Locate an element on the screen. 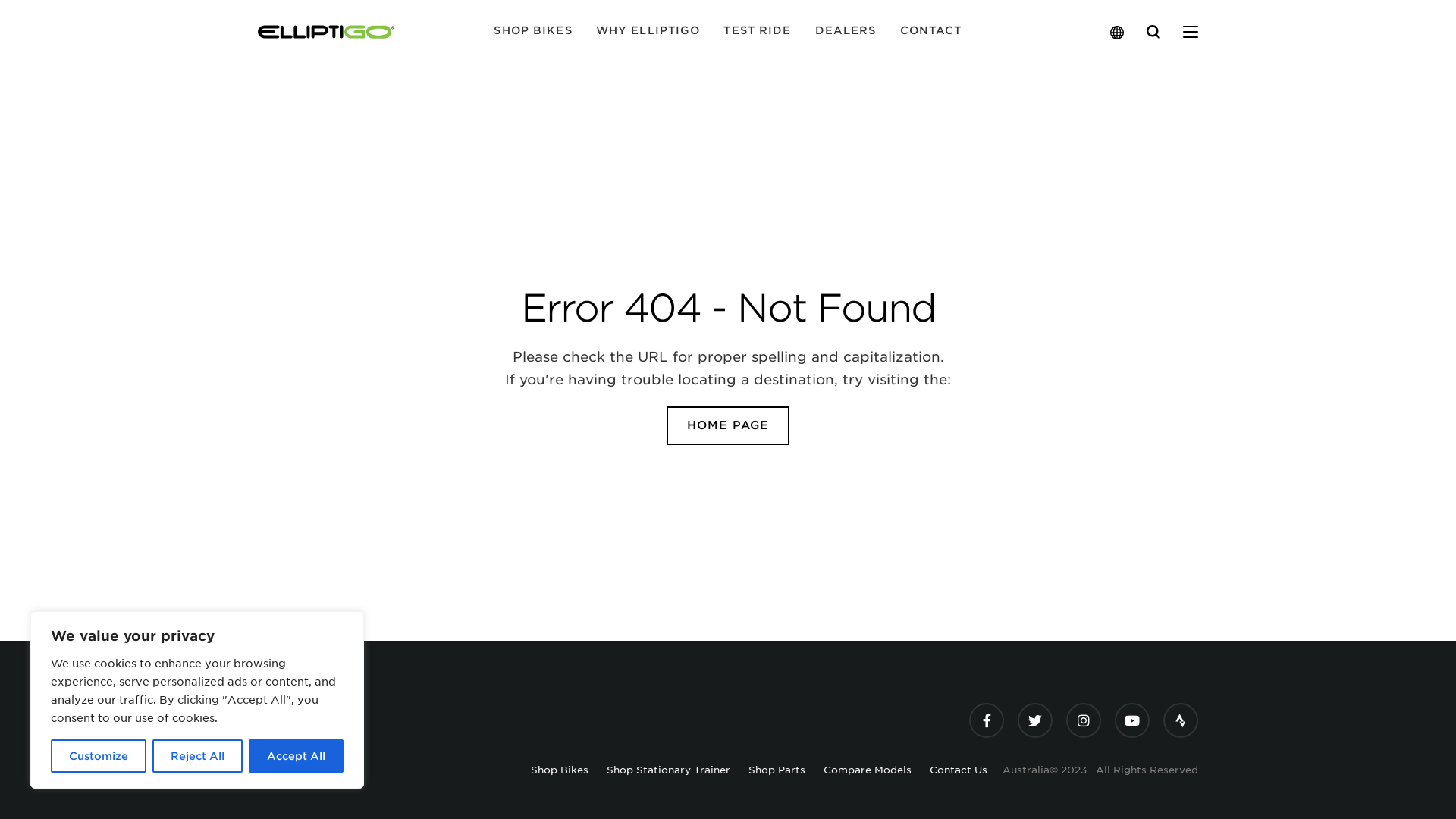 The width and height of the screenshot is (1456, 819). 'Shop Bikes' is located at coordinates (531, 770).